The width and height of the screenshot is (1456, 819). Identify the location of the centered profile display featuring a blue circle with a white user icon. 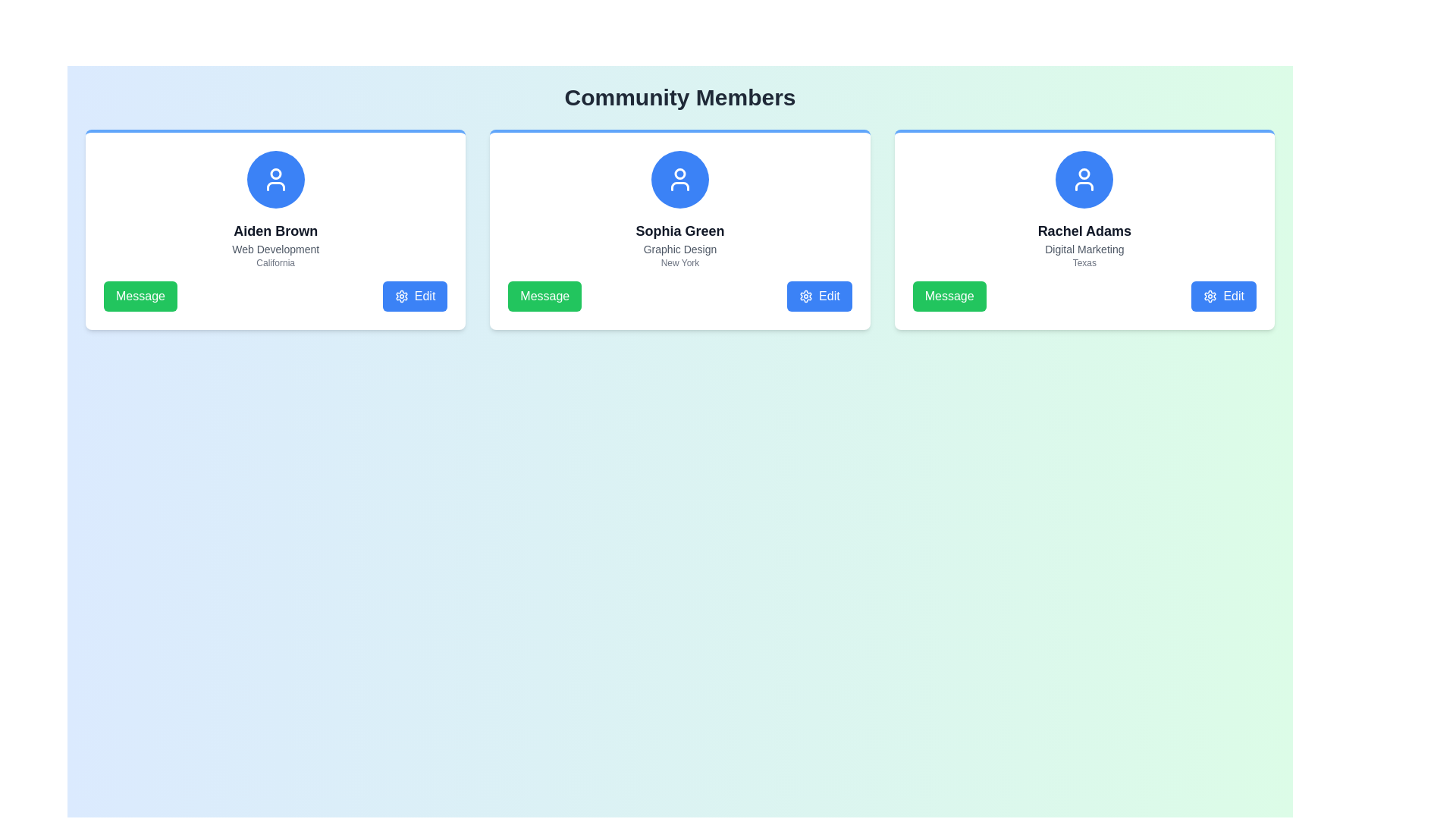
(275, 210).